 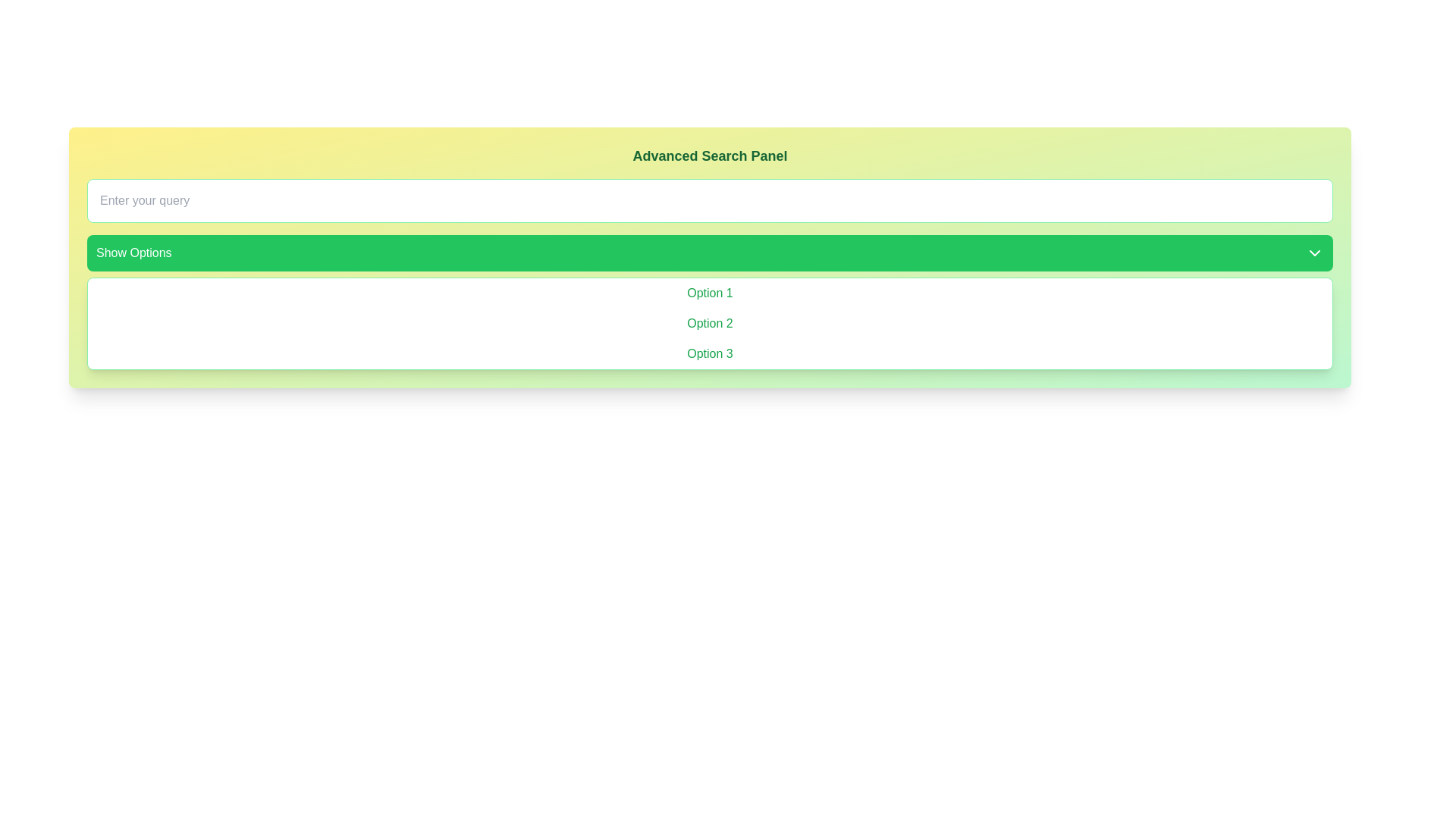 I want to click on text label 'Option 1' which is a green font static menu item located at the top of a vertically-stacked list of options, so click(x=709, y=293).